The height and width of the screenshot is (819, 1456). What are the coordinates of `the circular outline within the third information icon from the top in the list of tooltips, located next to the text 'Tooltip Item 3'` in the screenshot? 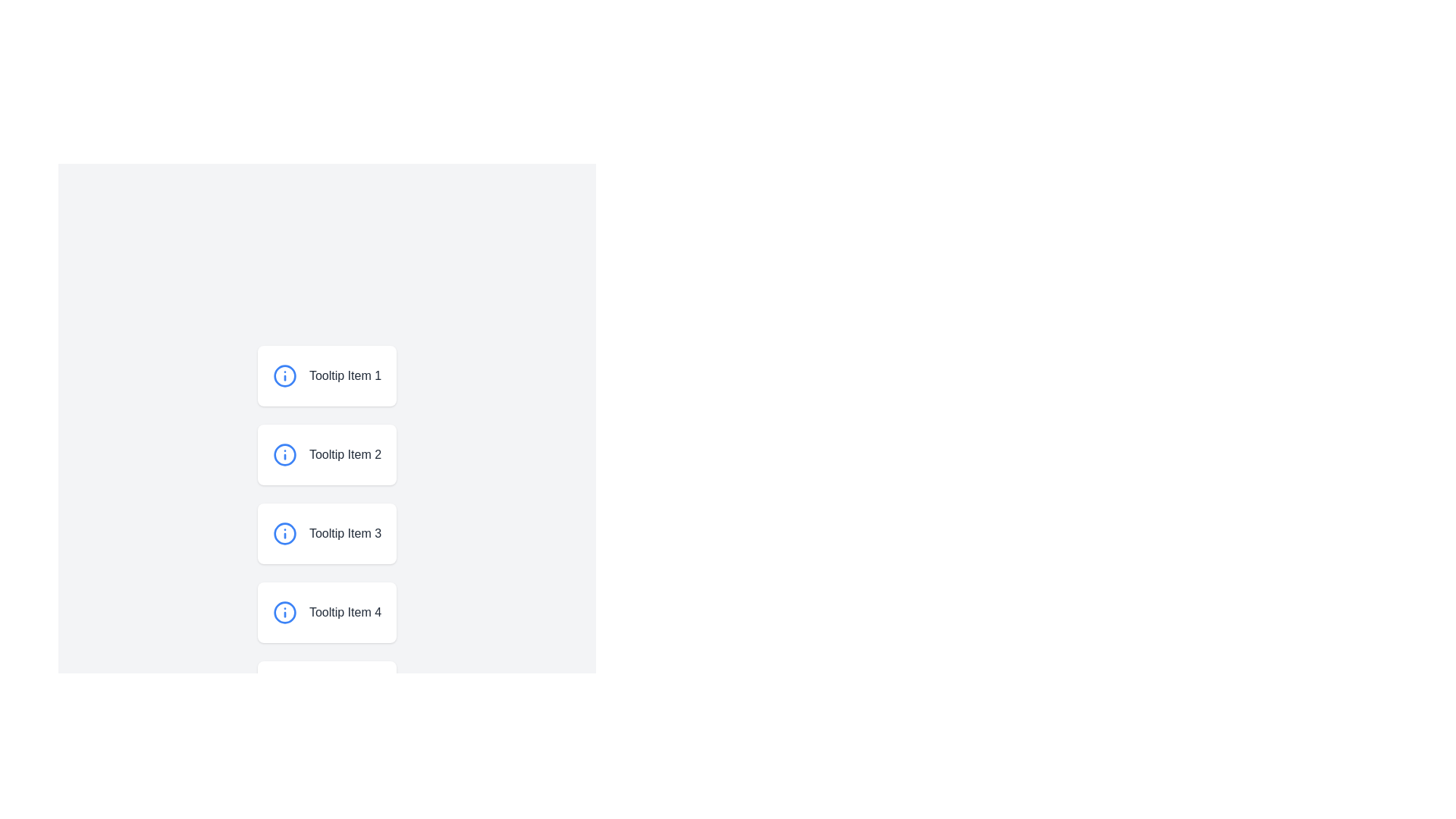 It's located at (284, 533).